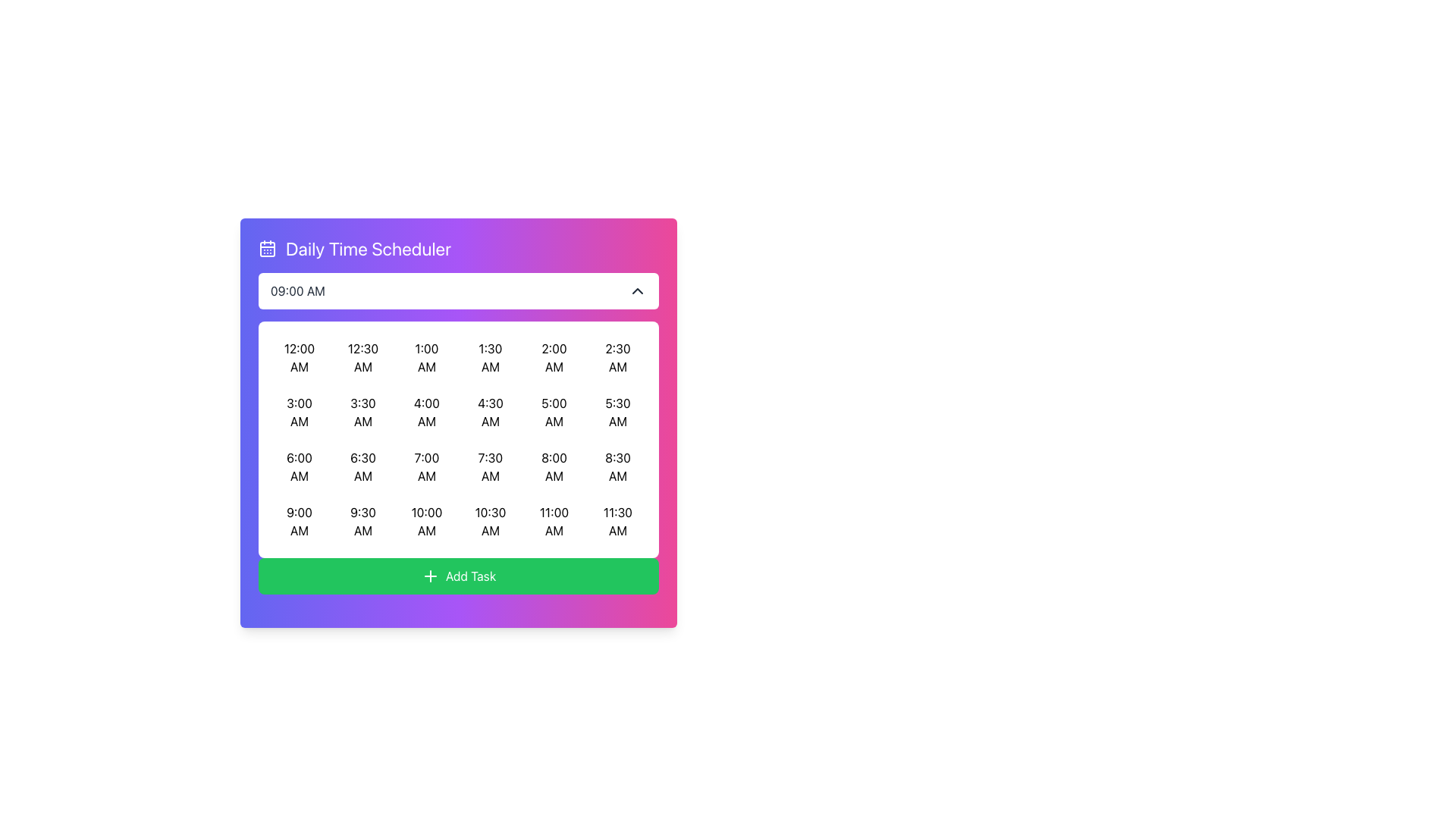 The width and height of the screenshot is (1456, 819). I want to click on text displayed in the time display label located in the upper section of the scheduler interface, which is part of an interactive dropdown control, so click(298, 291).